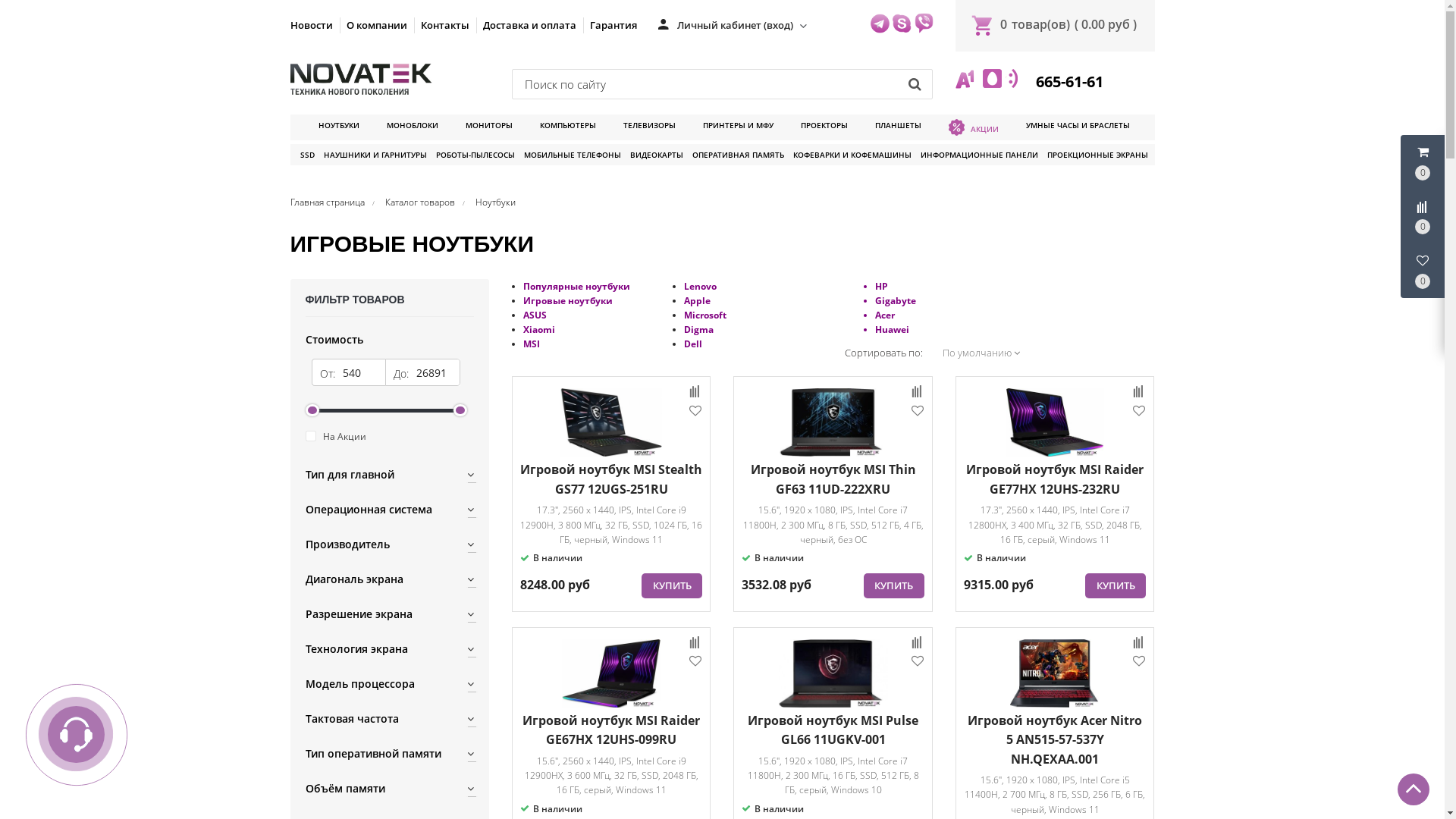 This screenshot has height=819, width=1456. What do you see at coordinates (1066, 81) in the screenshot?
I see `' 665-61-61'` at bounding box center [1066, 81].